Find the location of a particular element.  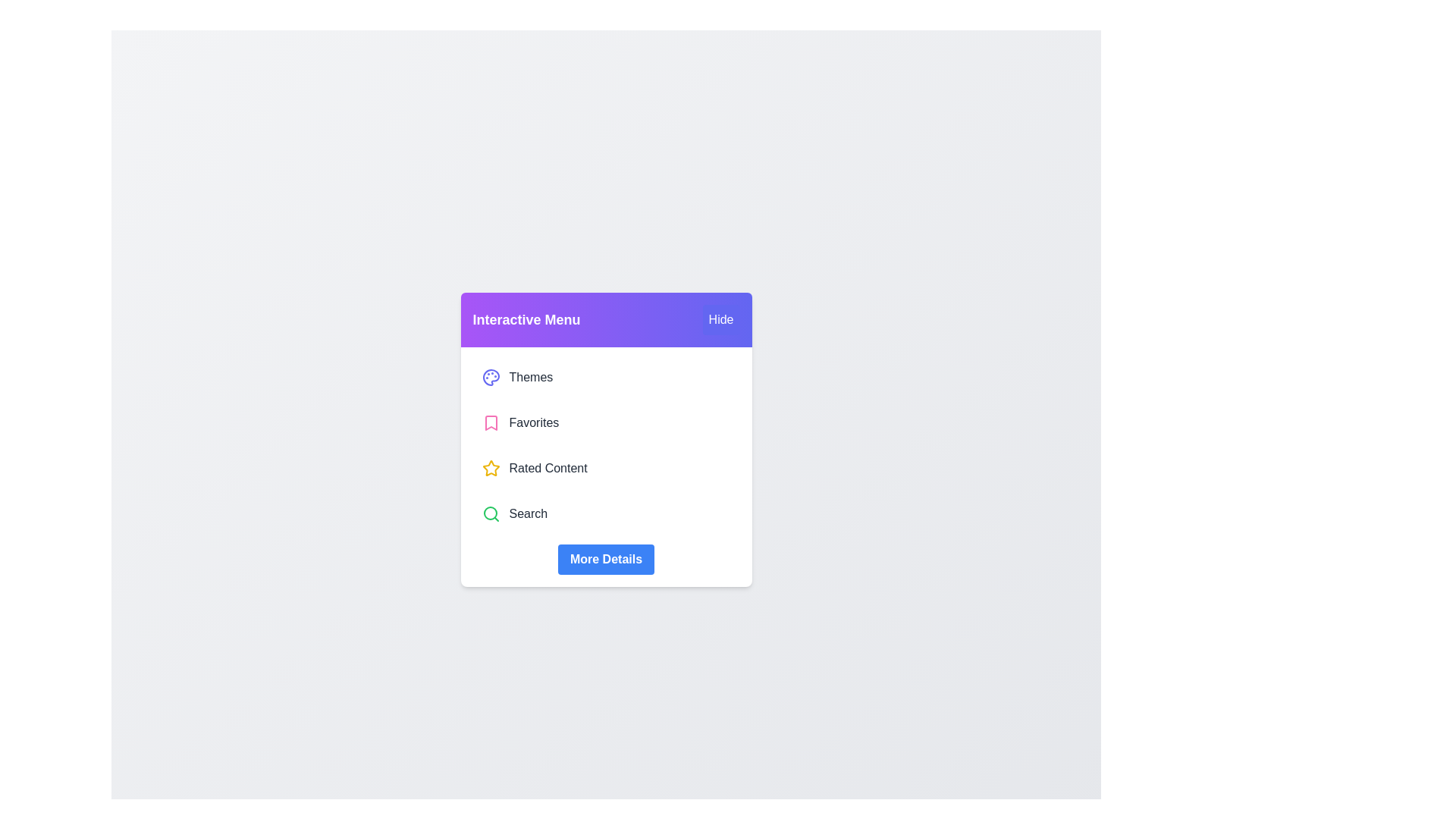

the menu item labeled Search is located at coordinates (605, 513).